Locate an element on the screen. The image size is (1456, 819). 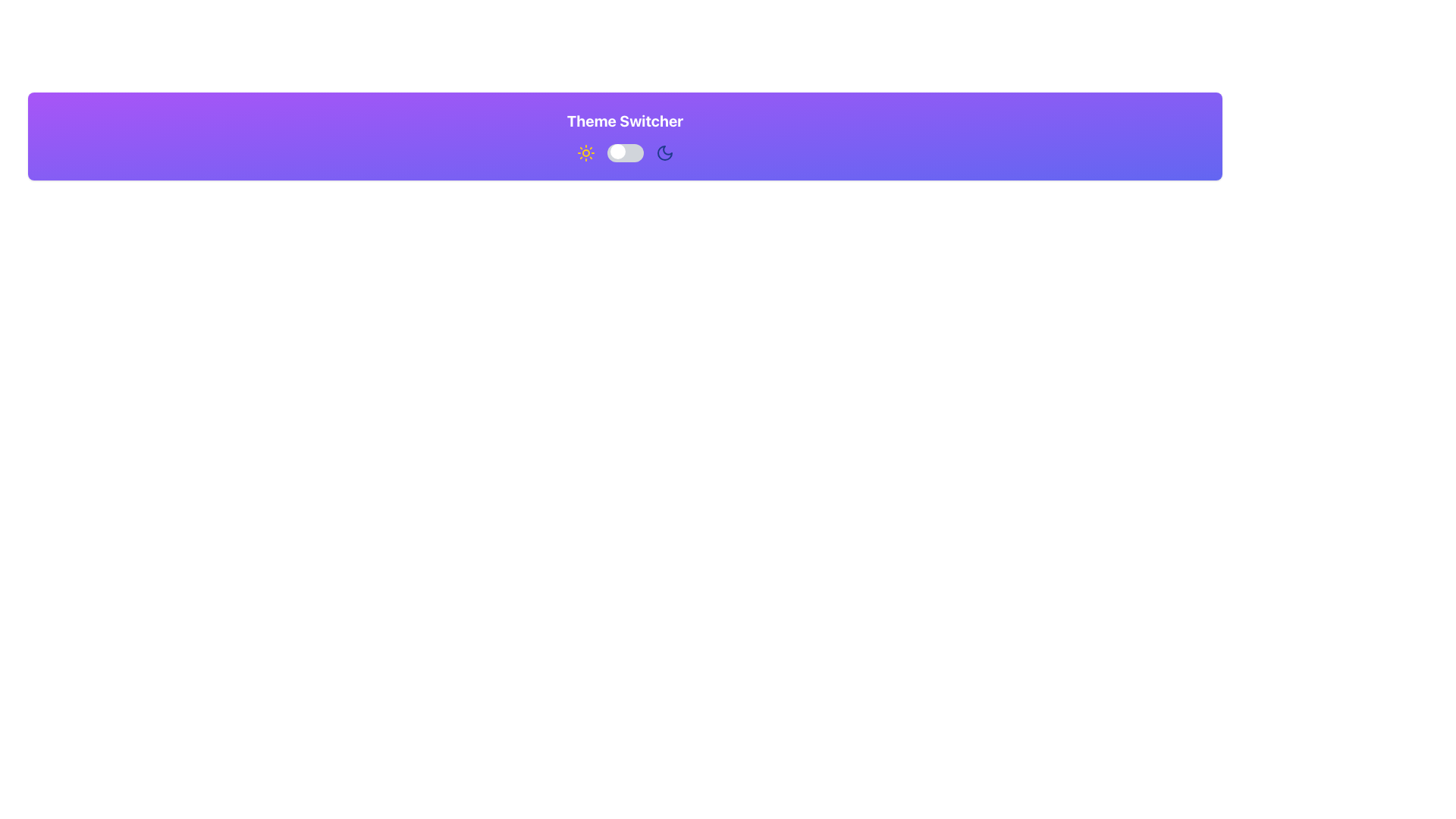
the crescent moon-shaped icon filled with blue, which is the third element in a horizontal row within the header bar, positioned to the right of a toggle switch is located at coordinates (664, 152).